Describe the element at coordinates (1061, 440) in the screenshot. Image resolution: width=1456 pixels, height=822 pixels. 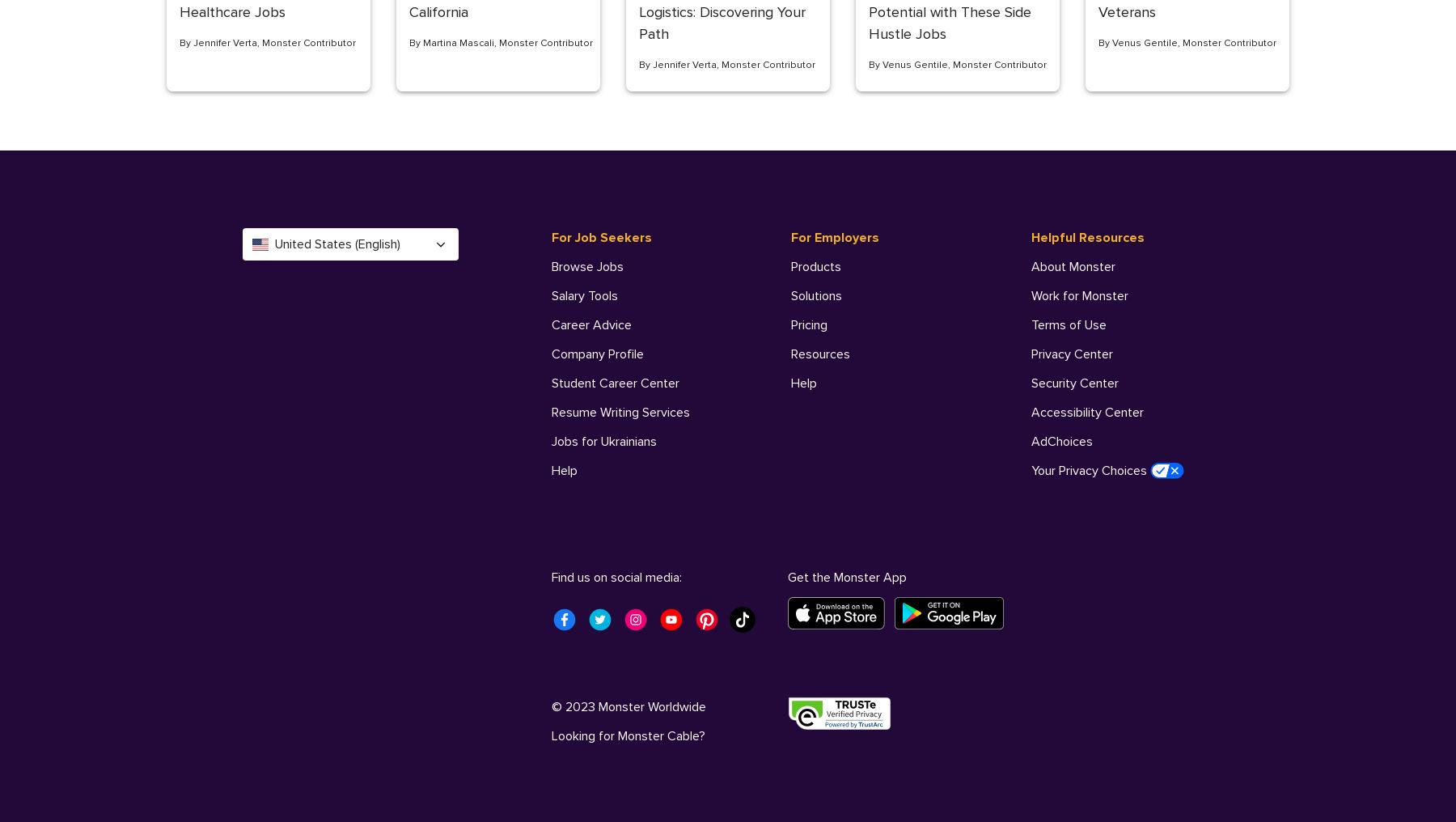
I see `'AdChoices'` at that location.